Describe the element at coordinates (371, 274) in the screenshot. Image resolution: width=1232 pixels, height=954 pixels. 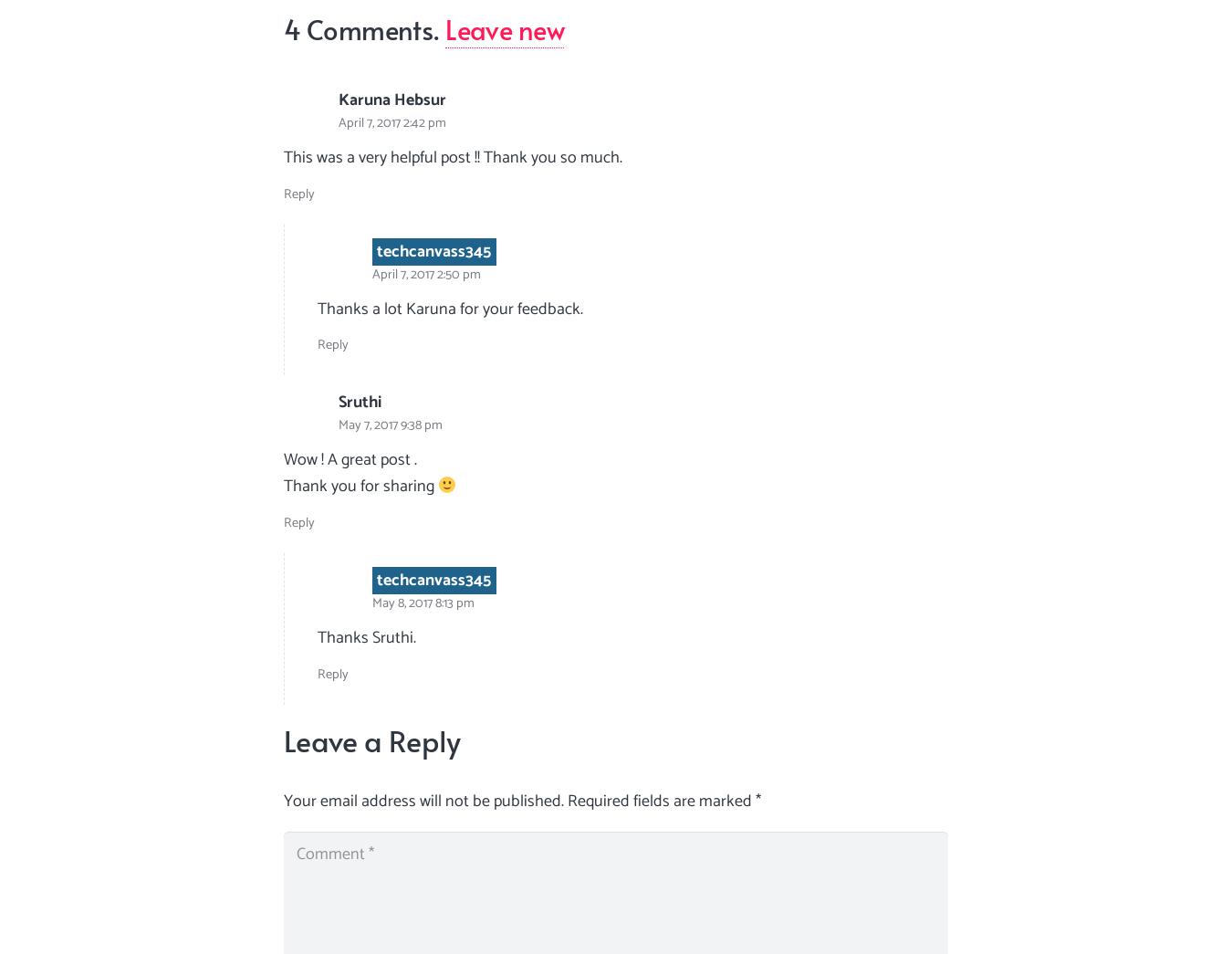
I see `'April 7, 2017 2:50 pm'` at that location.